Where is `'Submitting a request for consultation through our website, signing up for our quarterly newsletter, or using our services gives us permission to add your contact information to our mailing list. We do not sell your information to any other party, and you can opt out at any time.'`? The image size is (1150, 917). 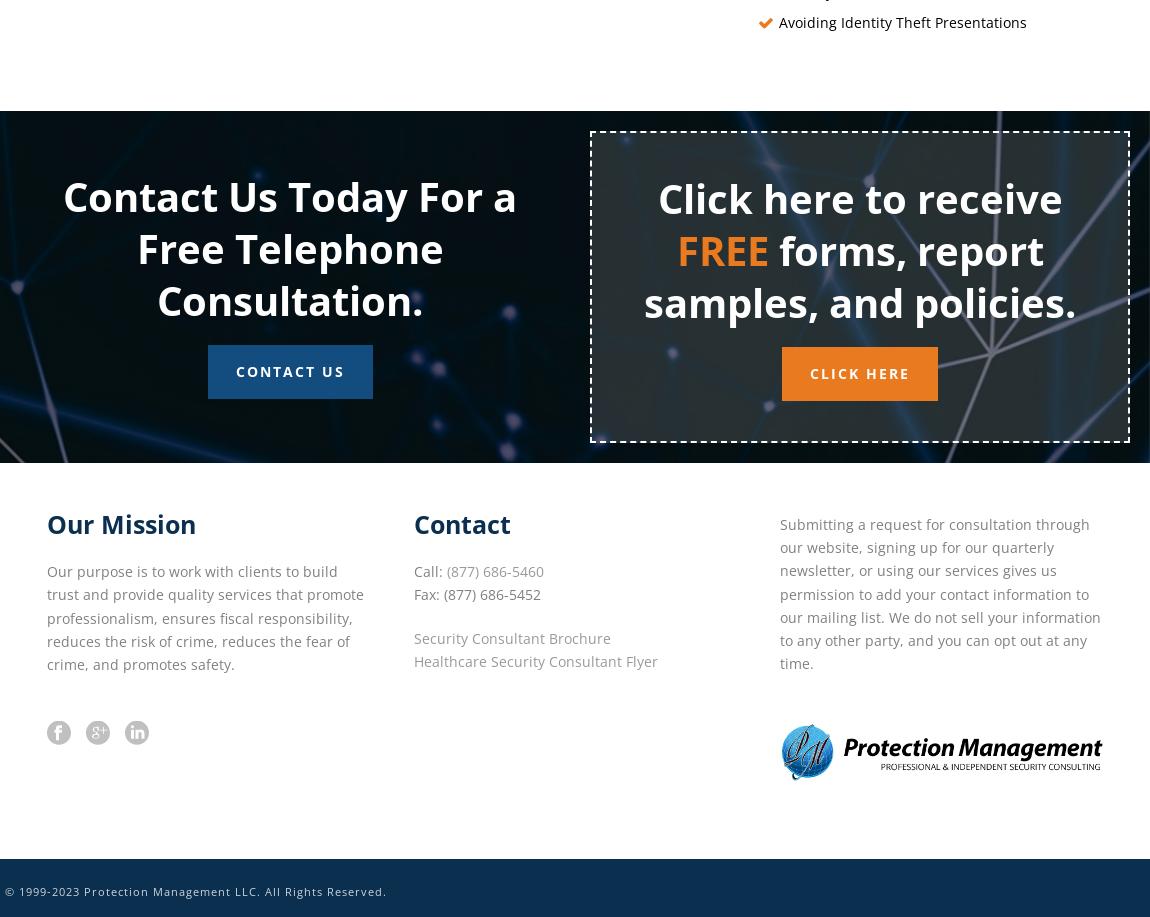 'Submitting a request for consultation through our website, signing up for our quarterly newsletter, or using our services gives us permission to add your contact information to our mailing list. We do not sell your information to any other party, and you can opt out at any time.' is located at coordinates (940, 592).